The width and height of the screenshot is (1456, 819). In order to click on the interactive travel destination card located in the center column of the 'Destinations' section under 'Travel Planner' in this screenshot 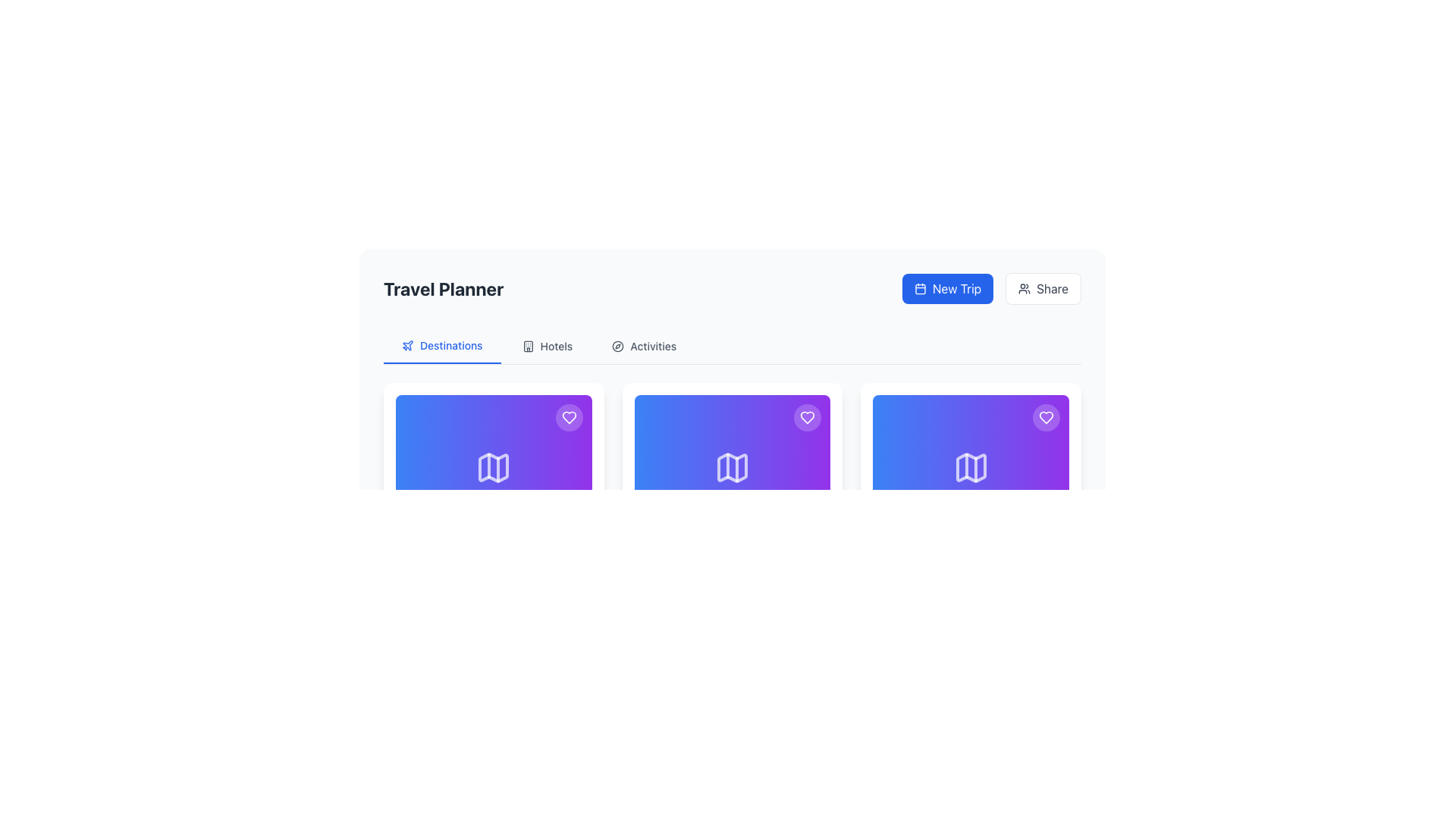, I will do `click(732, 507)`.